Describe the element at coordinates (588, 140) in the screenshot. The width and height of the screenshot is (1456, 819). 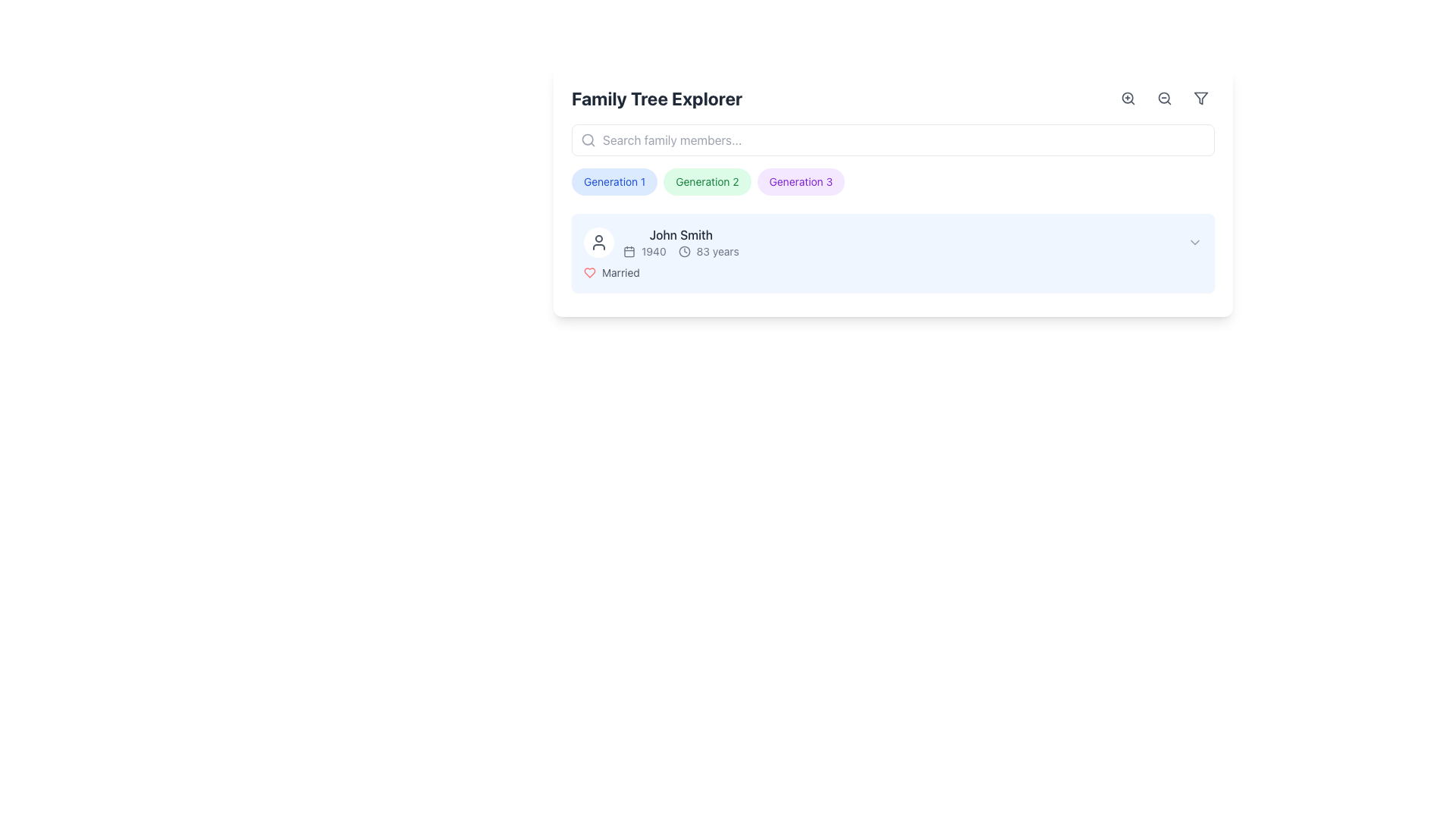
I see `the magnifying glass icon located within the search bar, which is positioned to the left of the placeholder text 'Search family members...'` at that location.